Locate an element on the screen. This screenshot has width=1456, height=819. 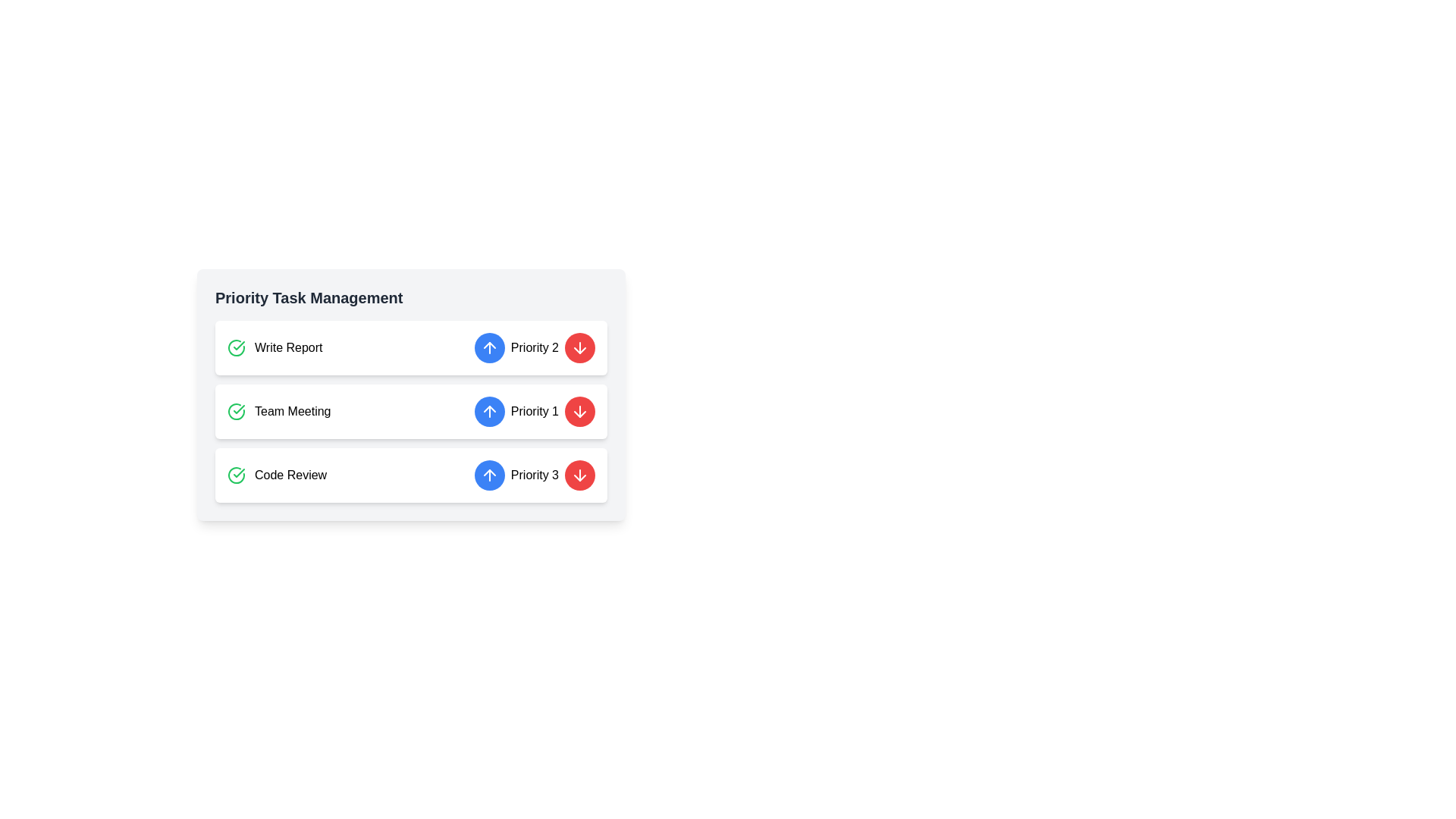
the button that increments or changes the priority level of the 'Code Review' task, located in the 'Priority 3' row between 'Code Review' and a red downward arrow button is located at coordinates (489, 475).